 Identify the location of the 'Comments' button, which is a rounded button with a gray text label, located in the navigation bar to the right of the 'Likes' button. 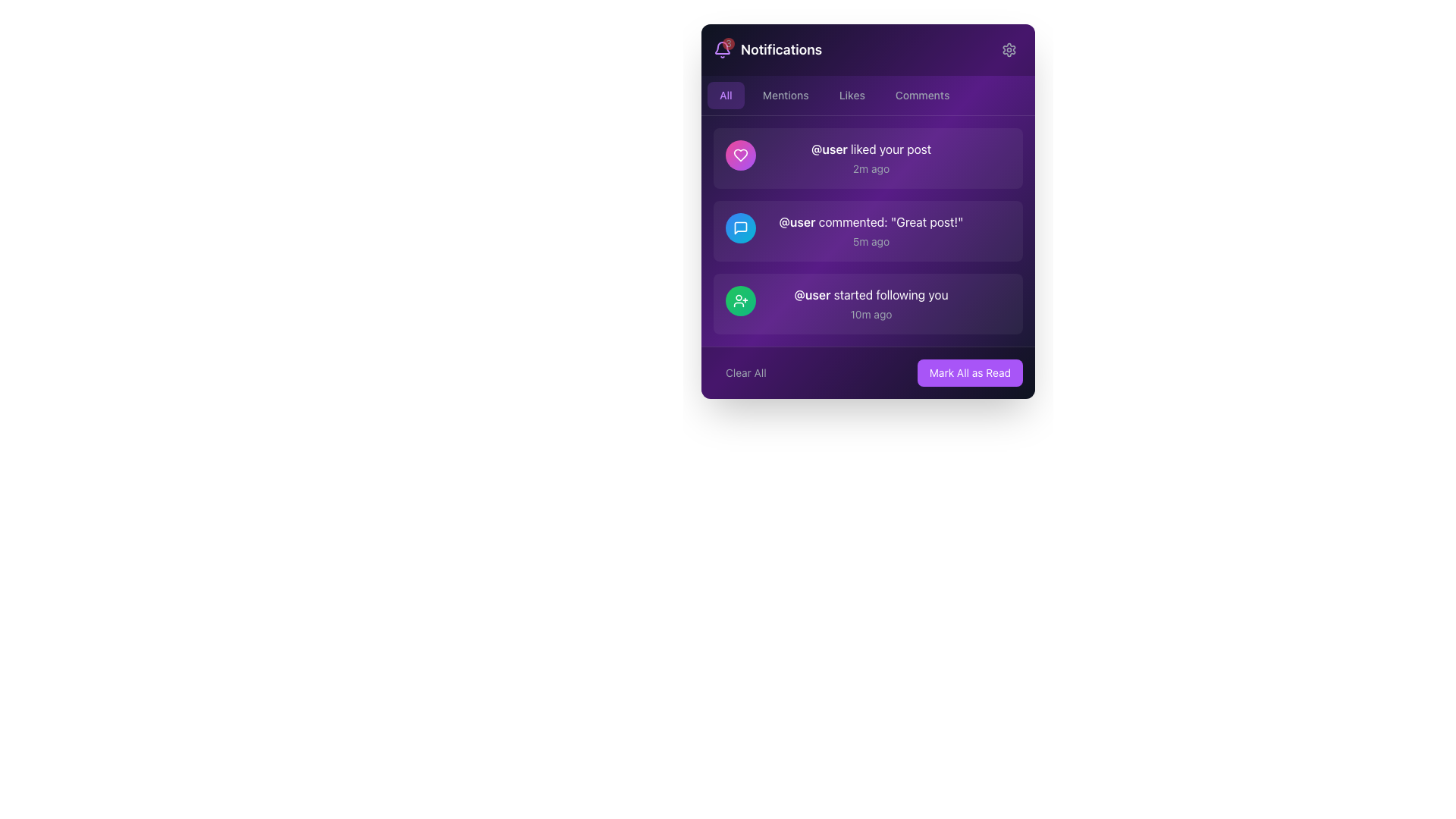
(921, 96).